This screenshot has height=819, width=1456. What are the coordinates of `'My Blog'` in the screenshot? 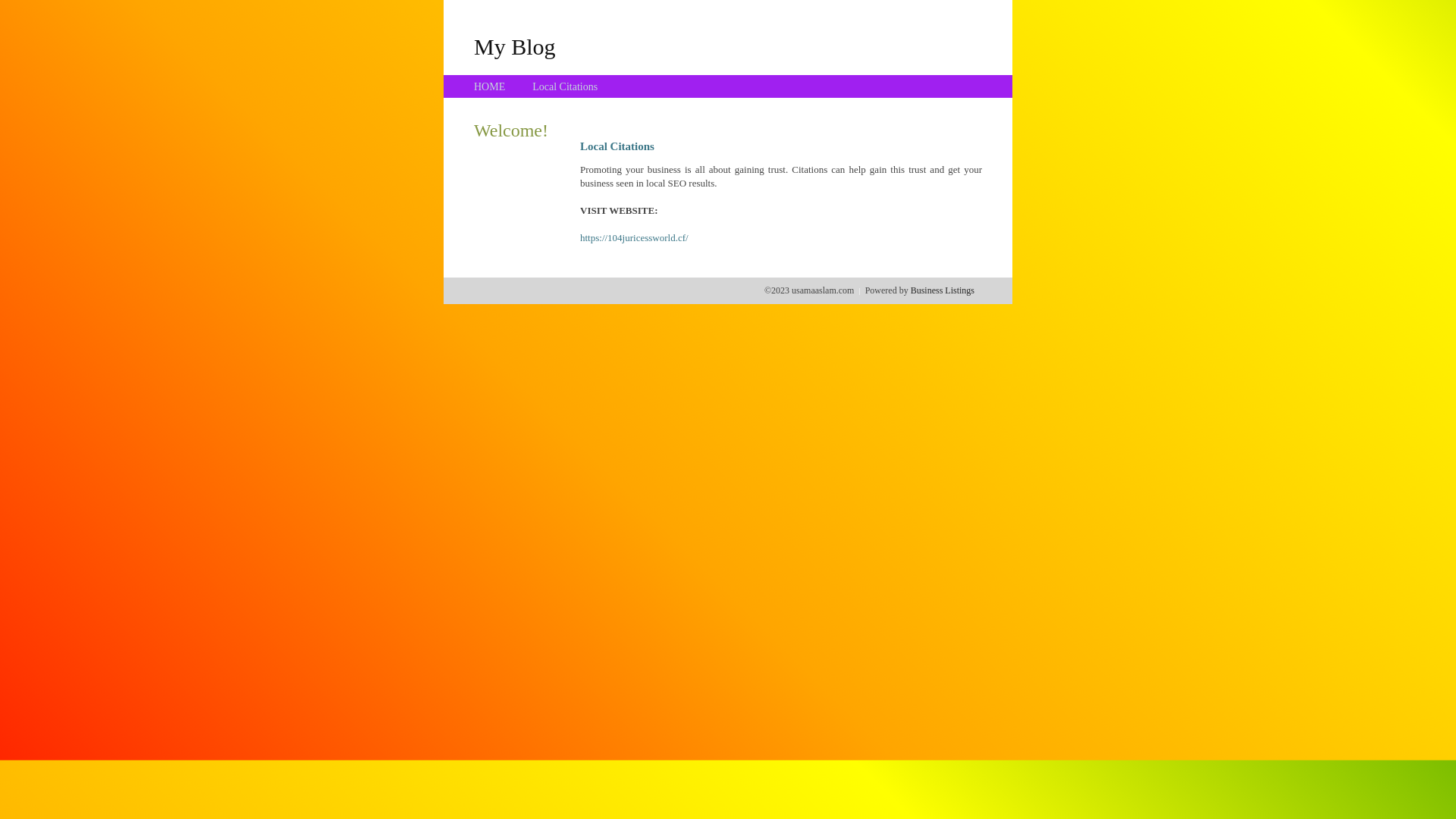 It's located at (514, 45).